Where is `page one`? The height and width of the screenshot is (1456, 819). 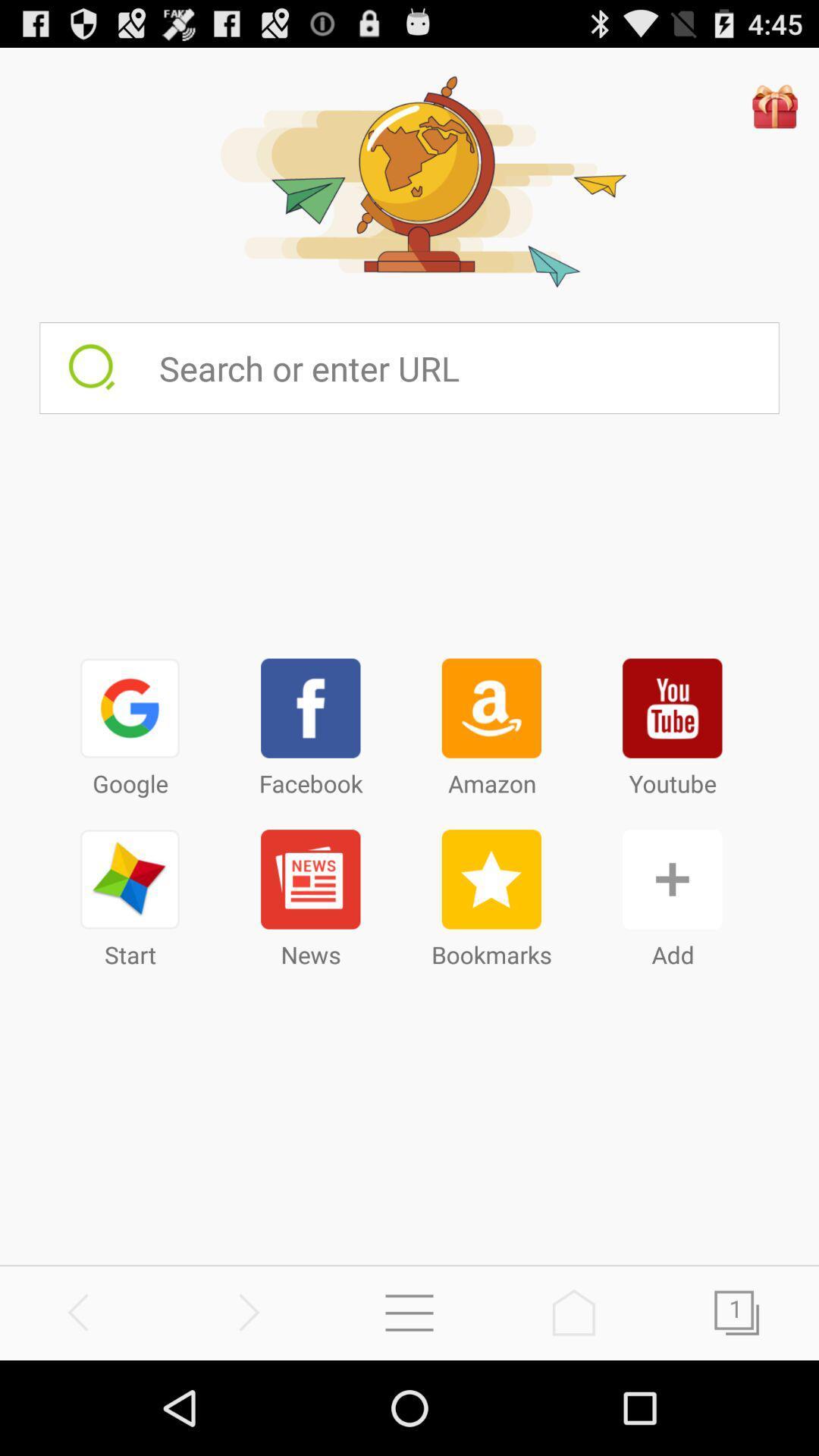 page one is located at coordinates (736, 1312).